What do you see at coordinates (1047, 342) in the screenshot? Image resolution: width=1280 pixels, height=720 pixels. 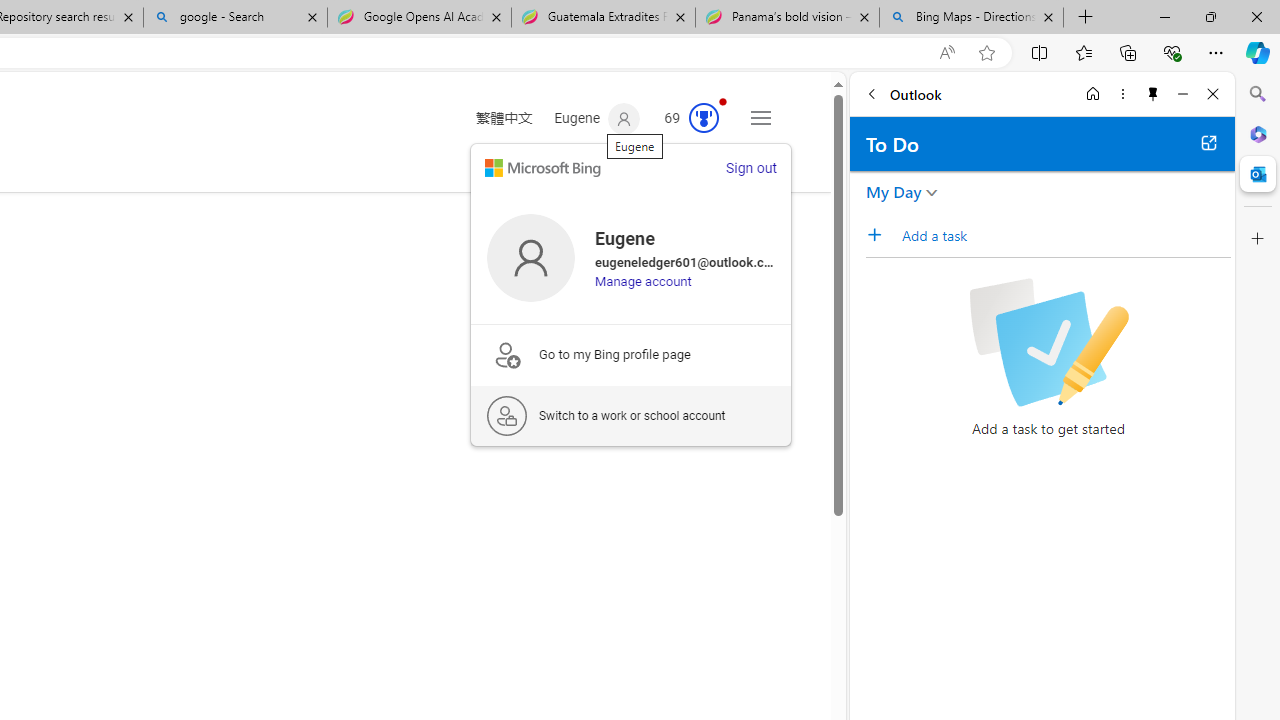 I see `'Checkbox with a pencil'` at bounding box center [1047, 342].